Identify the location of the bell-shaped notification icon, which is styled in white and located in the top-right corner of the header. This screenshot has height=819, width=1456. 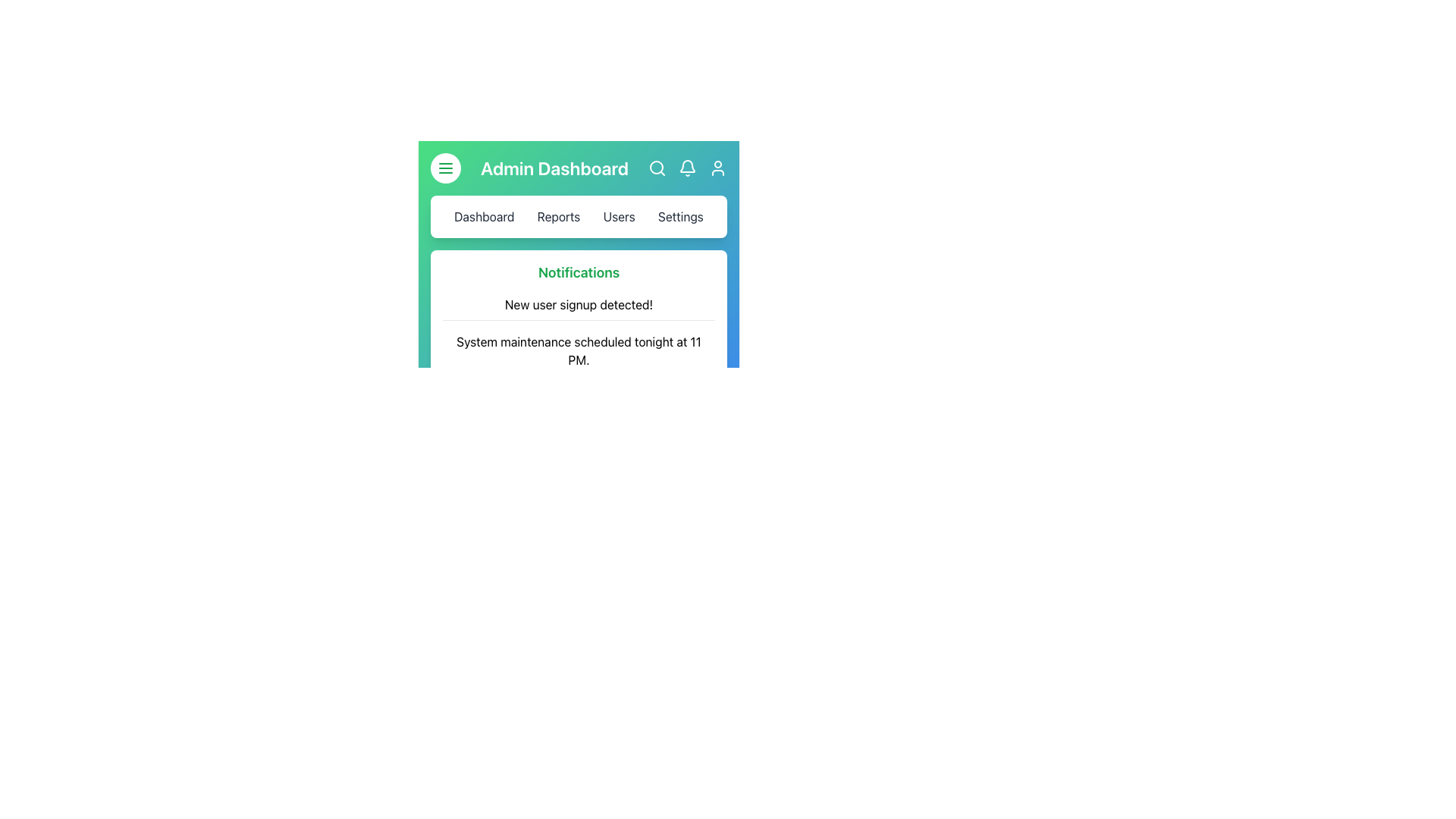
(687, 168).